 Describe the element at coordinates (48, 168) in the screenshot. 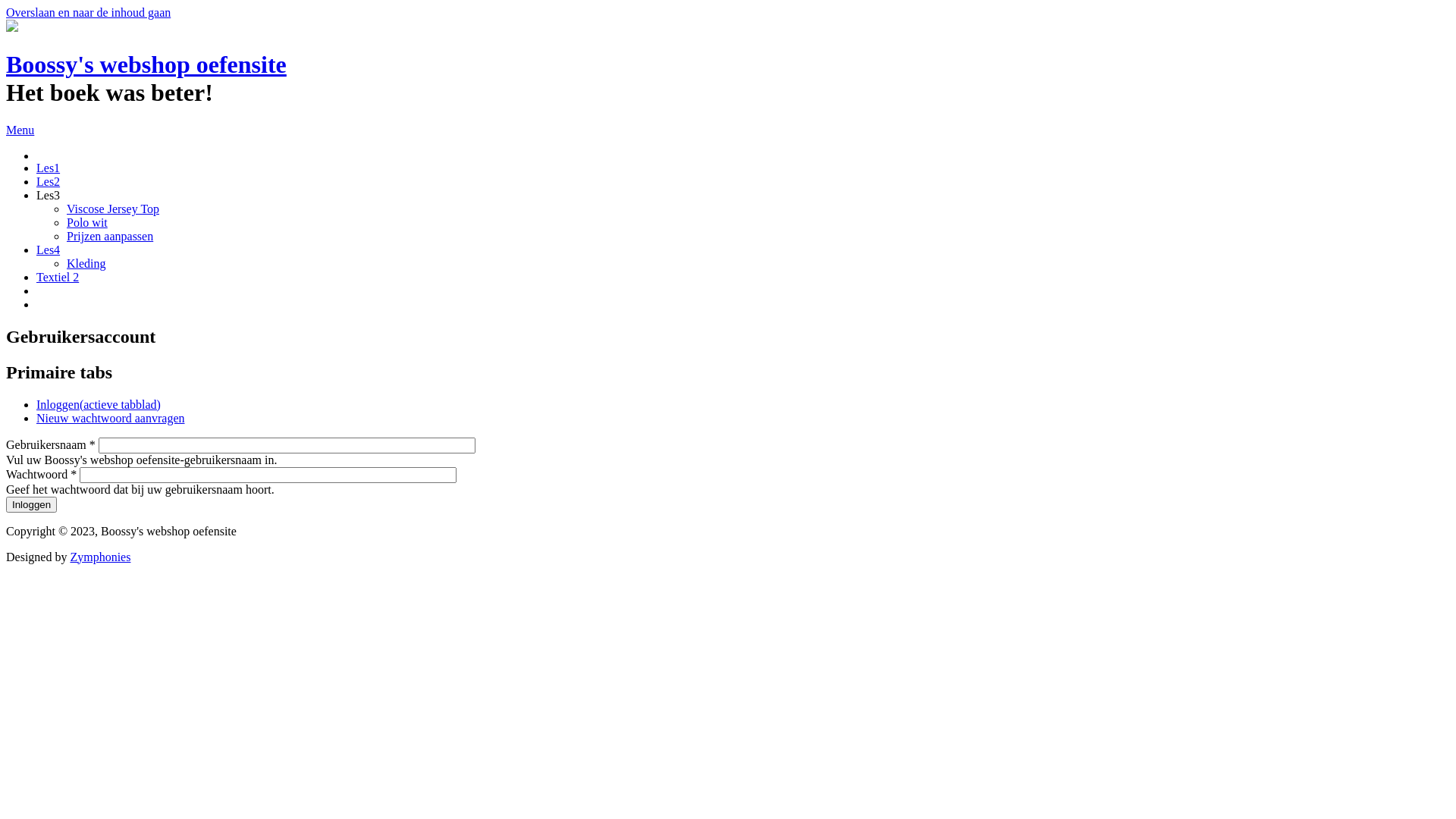

I see `'Les1'` at that location.